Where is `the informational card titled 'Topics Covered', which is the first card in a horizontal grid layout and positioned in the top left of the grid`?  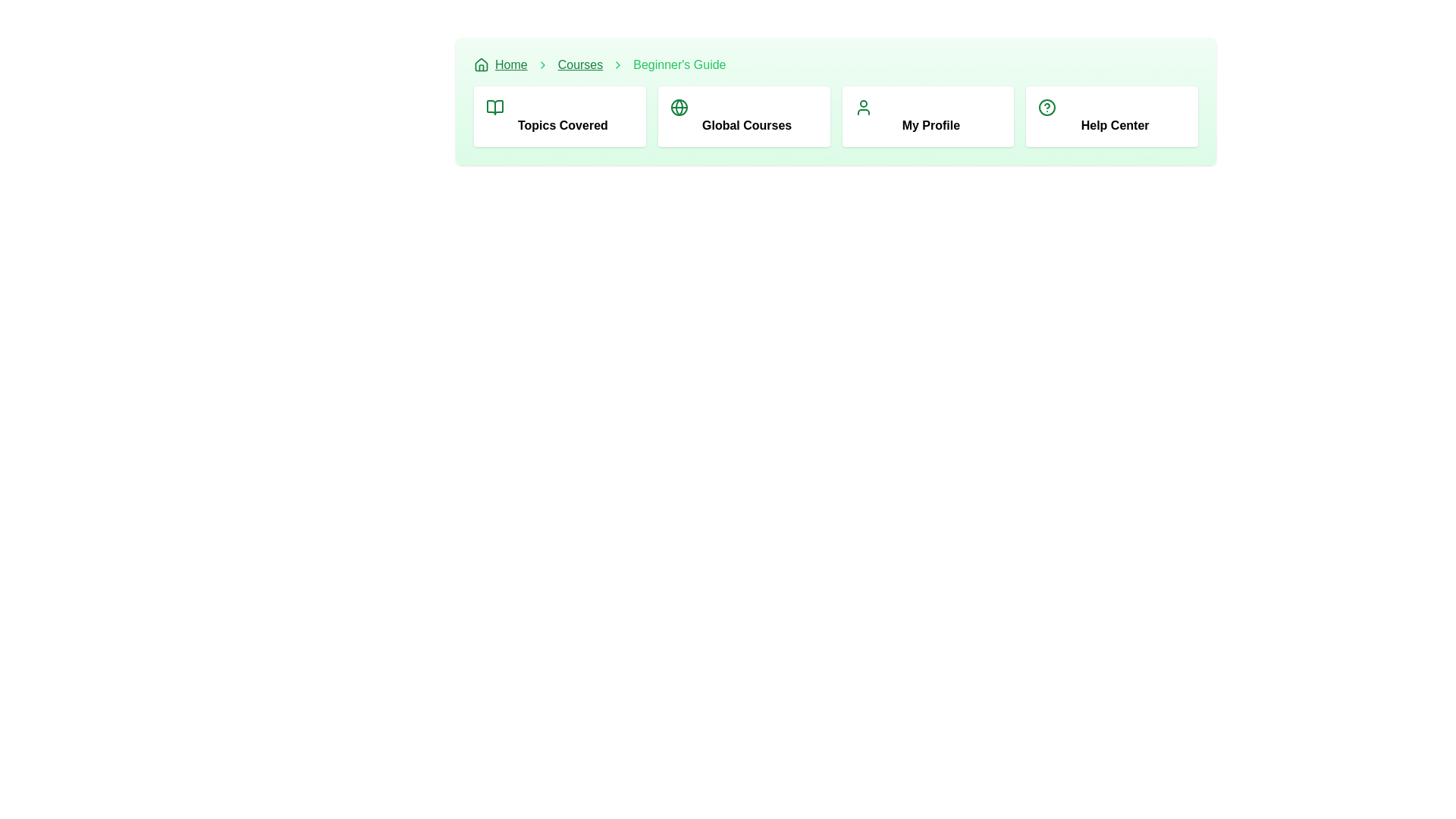 the informational card titled 'Topics Covered', which is the first card in a horizontal grid layout and positioned in the top left of the grid is located at coordinates (559, 116).